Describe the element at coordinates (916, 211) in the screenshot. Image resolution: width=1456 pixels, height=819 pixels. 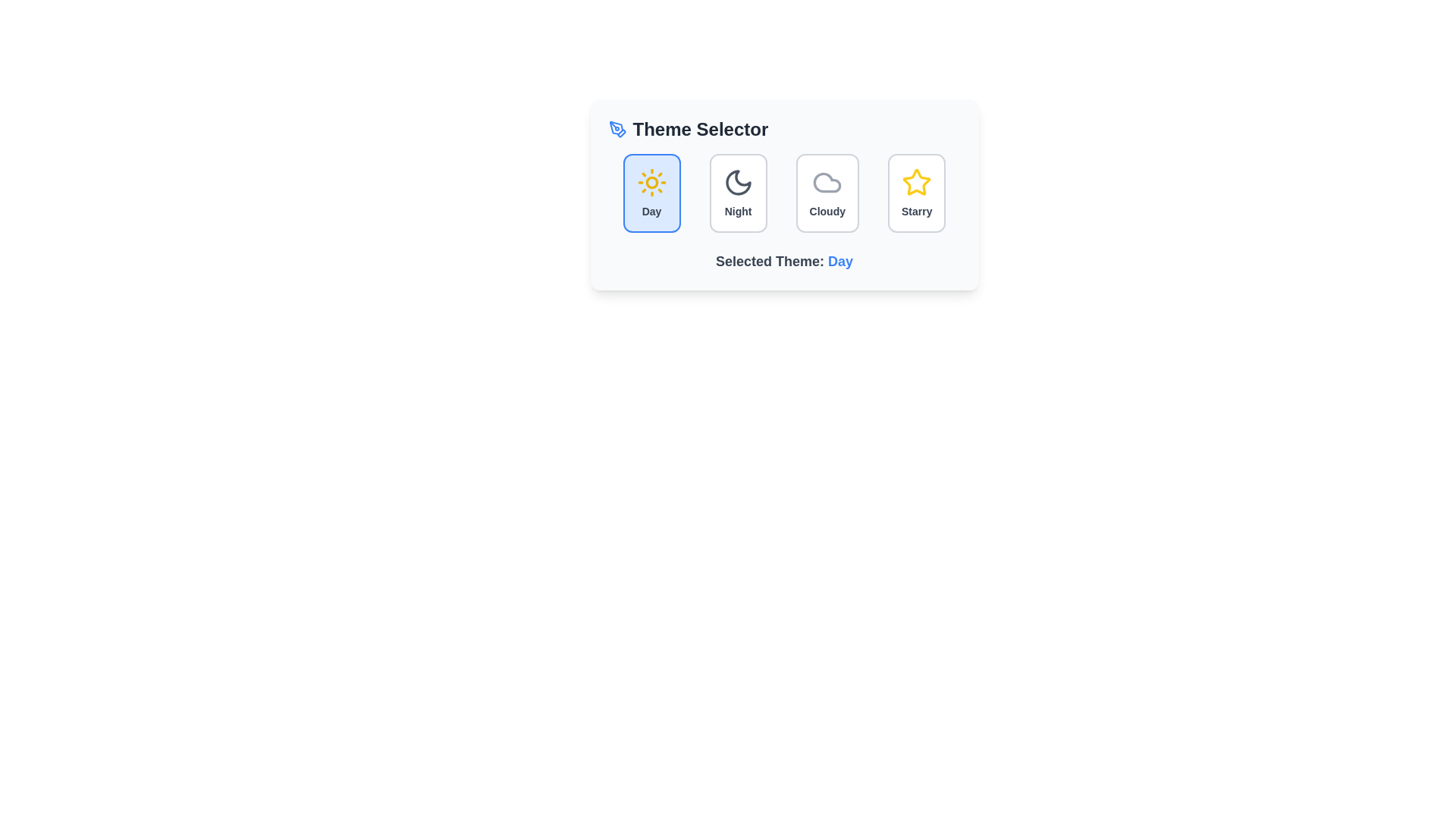
I see `the descriptive Text label that indicates the theme selection for the star icon above it` at that location.